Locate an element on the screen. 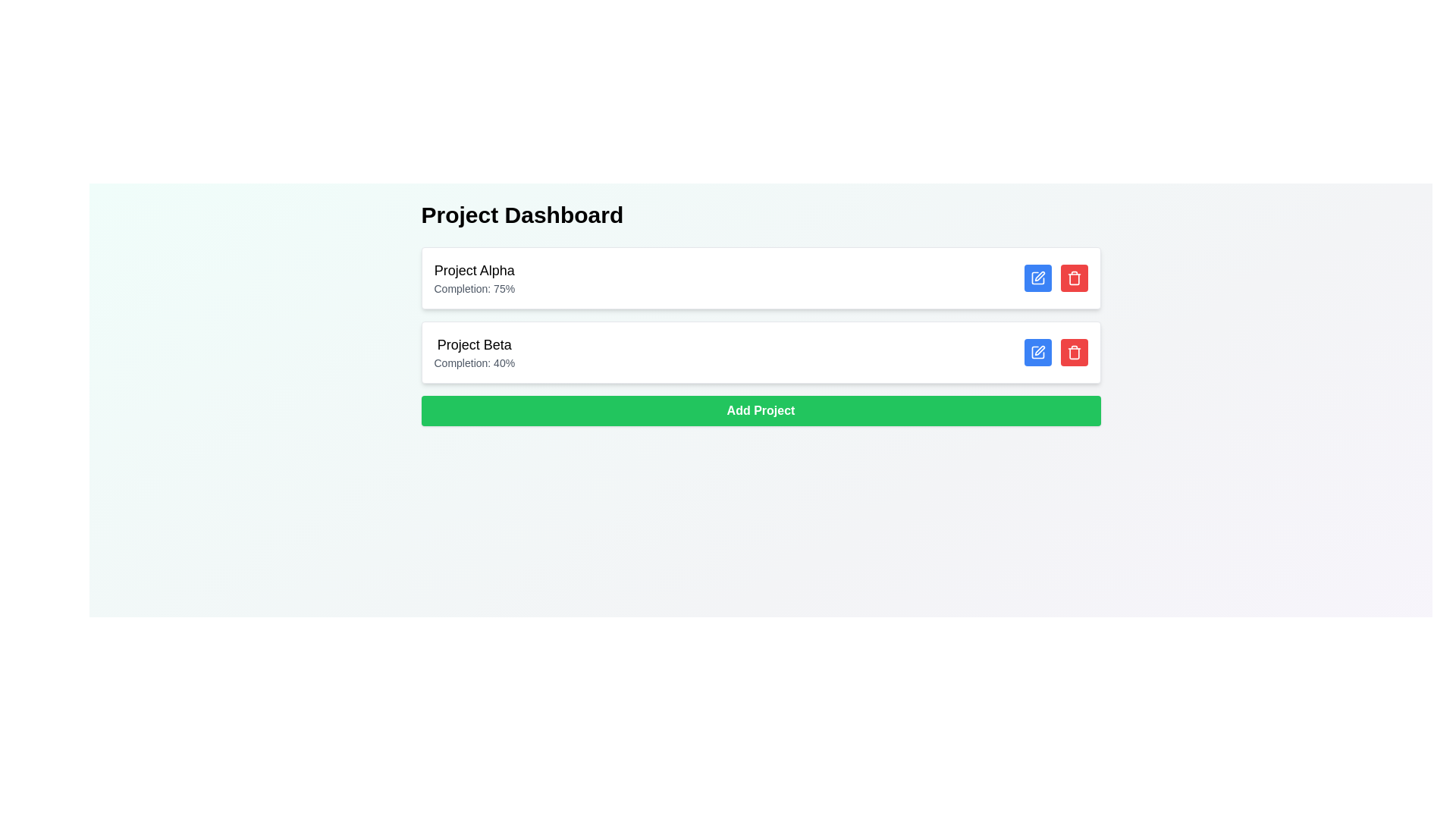 The image size is (1456, 819). the horizontal button group for managing the project in the 'Project Alpha' card, located at the right side of the card, which contains buttons for editing and deleting the project is located at coordinates (1055, 278).